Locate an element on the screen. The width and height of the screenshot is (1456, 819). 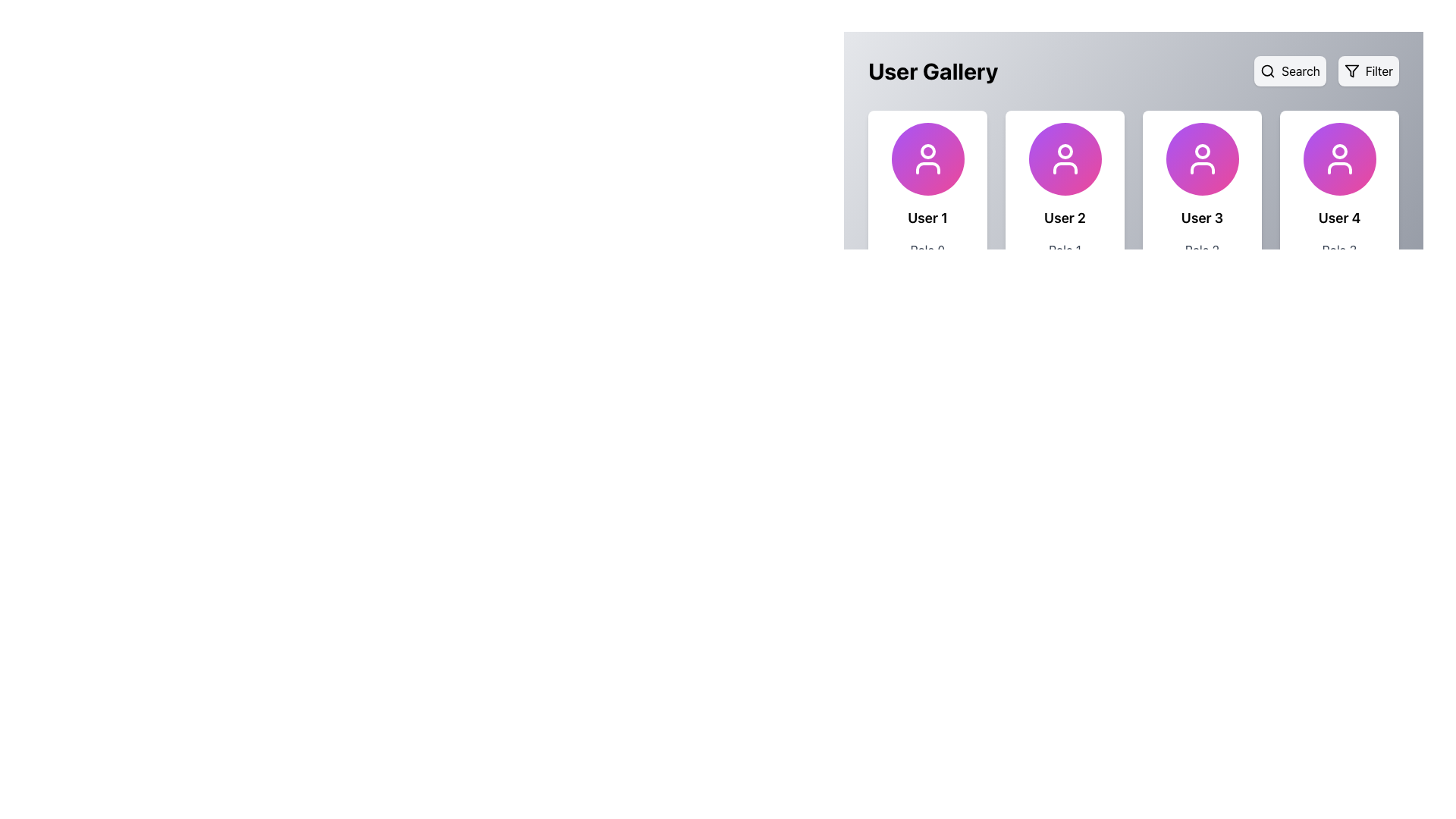
the user profile icon represented by an SVG located within the rightmost profile card labeled 'User 4' is located at coordinates (1339, 158).